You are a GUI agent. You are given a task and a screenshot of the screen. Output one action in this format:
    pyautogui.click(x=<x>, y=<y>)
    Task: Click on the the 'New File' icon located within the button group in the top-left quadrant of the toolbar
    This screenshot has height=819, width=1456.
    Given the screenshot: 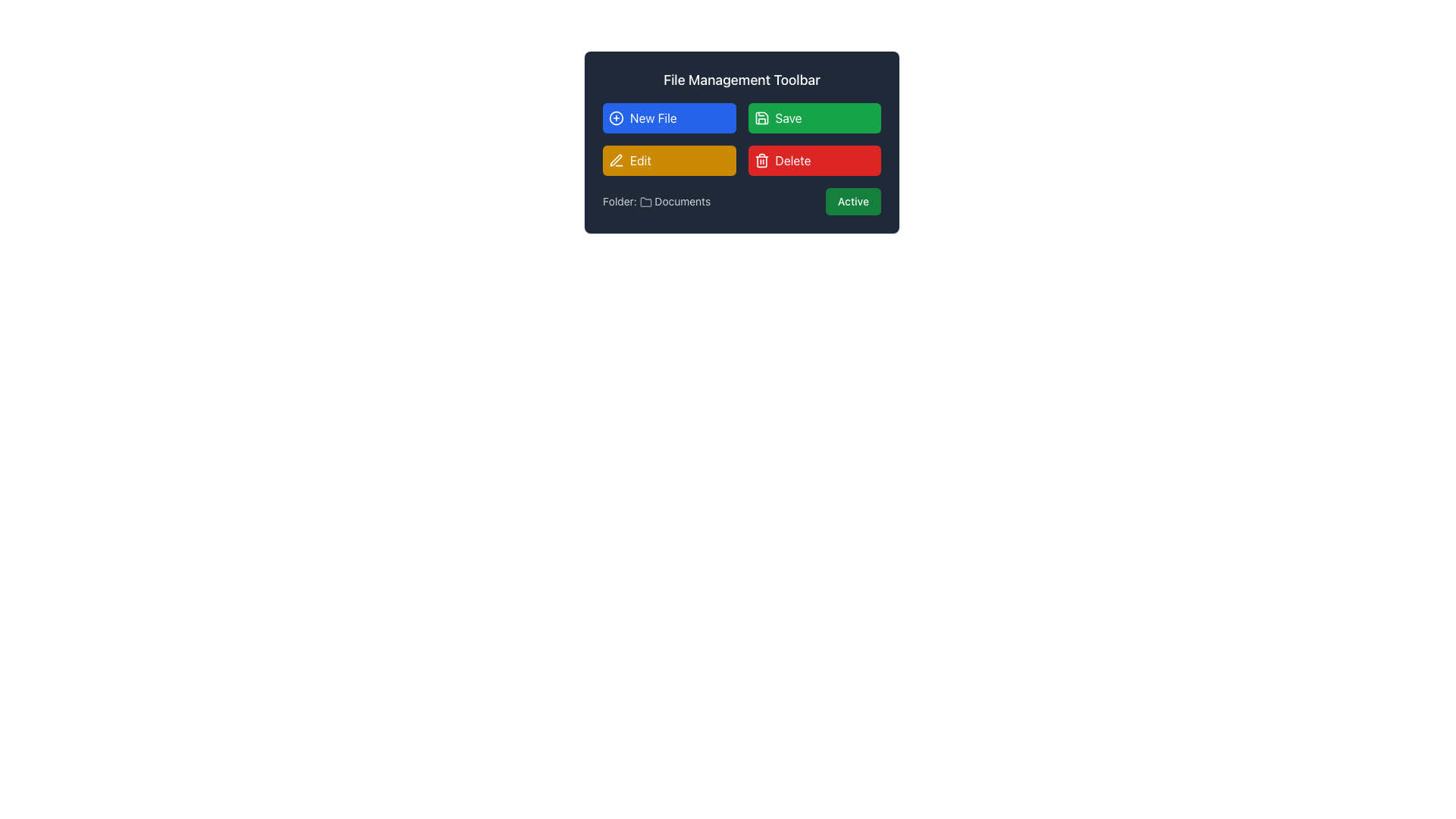 What is the action you would take?
    pyautogui.click(x=616, y=117)
    